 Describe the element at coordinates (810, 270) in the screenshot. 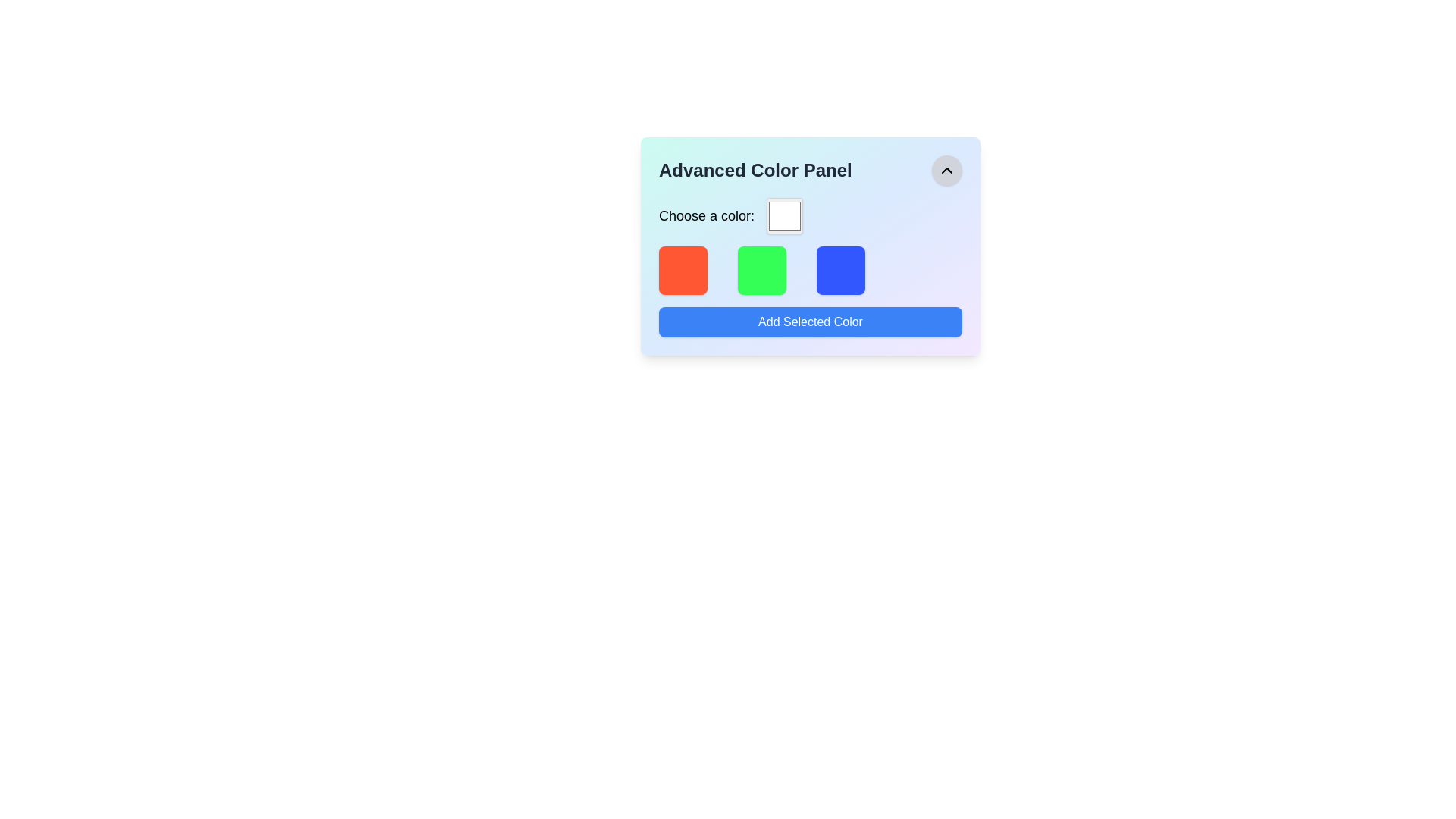

I see `the color selection grid located beneath the text 'Choose a color:' in the 'Advanced Color Panel'` at that location.